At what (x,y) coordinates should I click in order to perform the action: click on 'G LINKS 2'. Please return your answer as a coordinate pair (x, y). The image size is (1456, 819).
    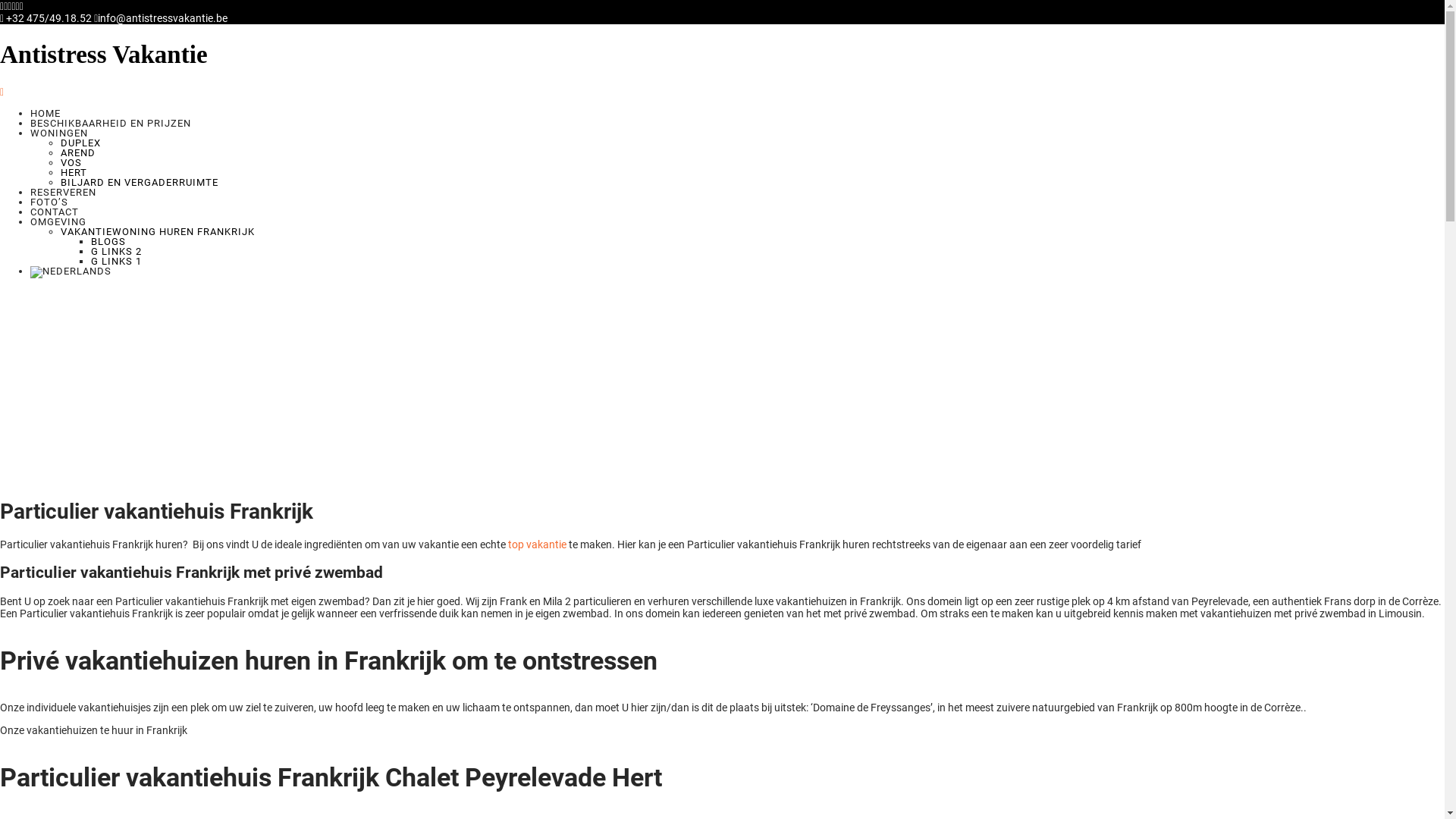
    Looking at the image, I should click on (90, 250).